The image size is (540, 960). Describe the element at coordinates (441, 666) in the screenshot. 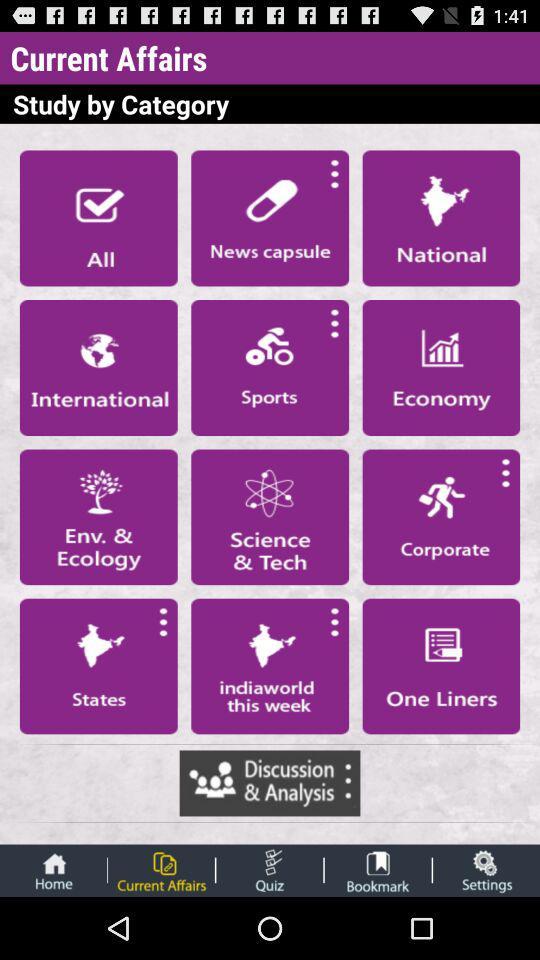

I see `one line current affairs` at that location.